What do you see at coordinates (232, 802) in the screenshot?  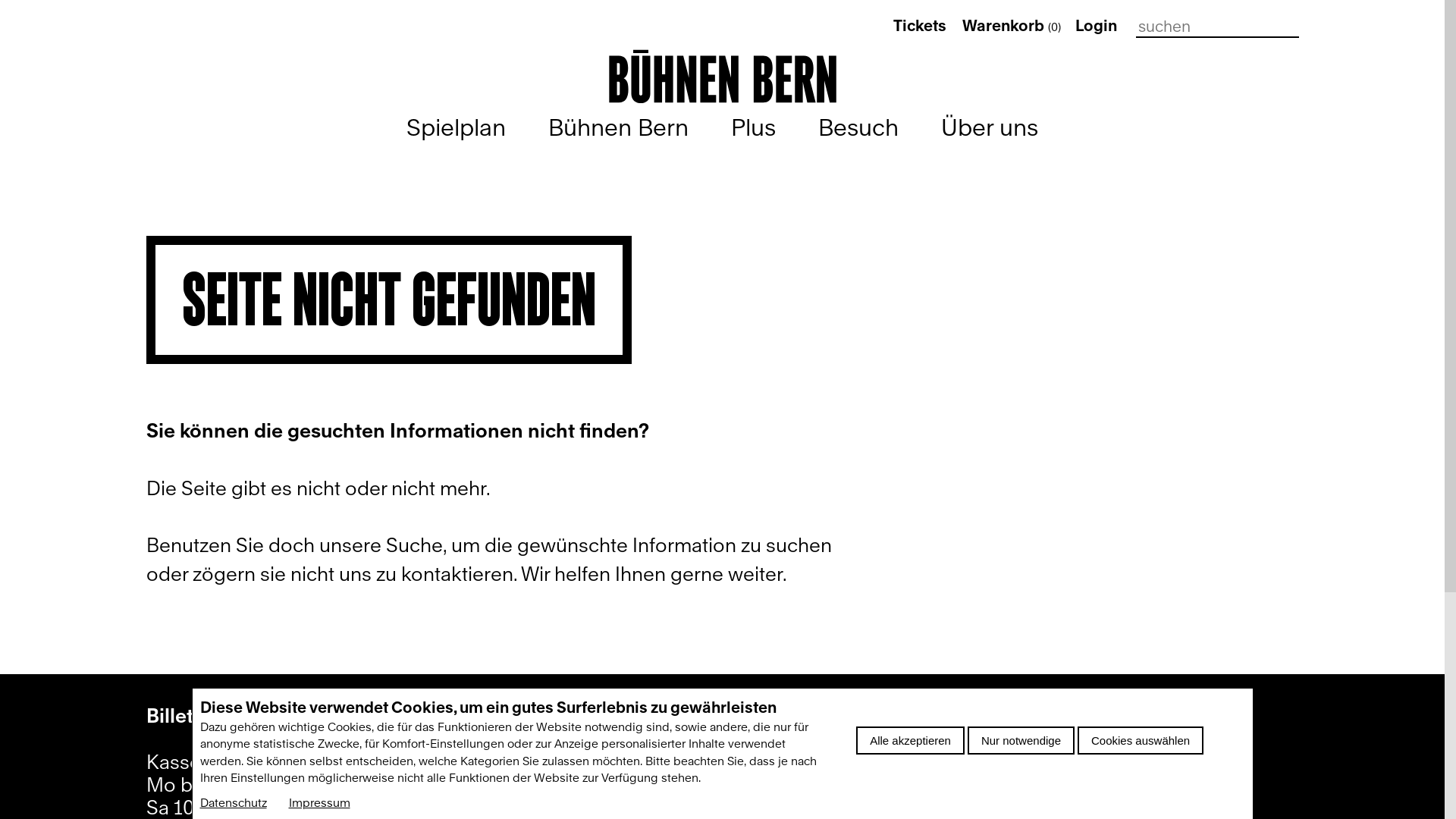 I see `'Datenschutz'` at bounding box center [232, 802].